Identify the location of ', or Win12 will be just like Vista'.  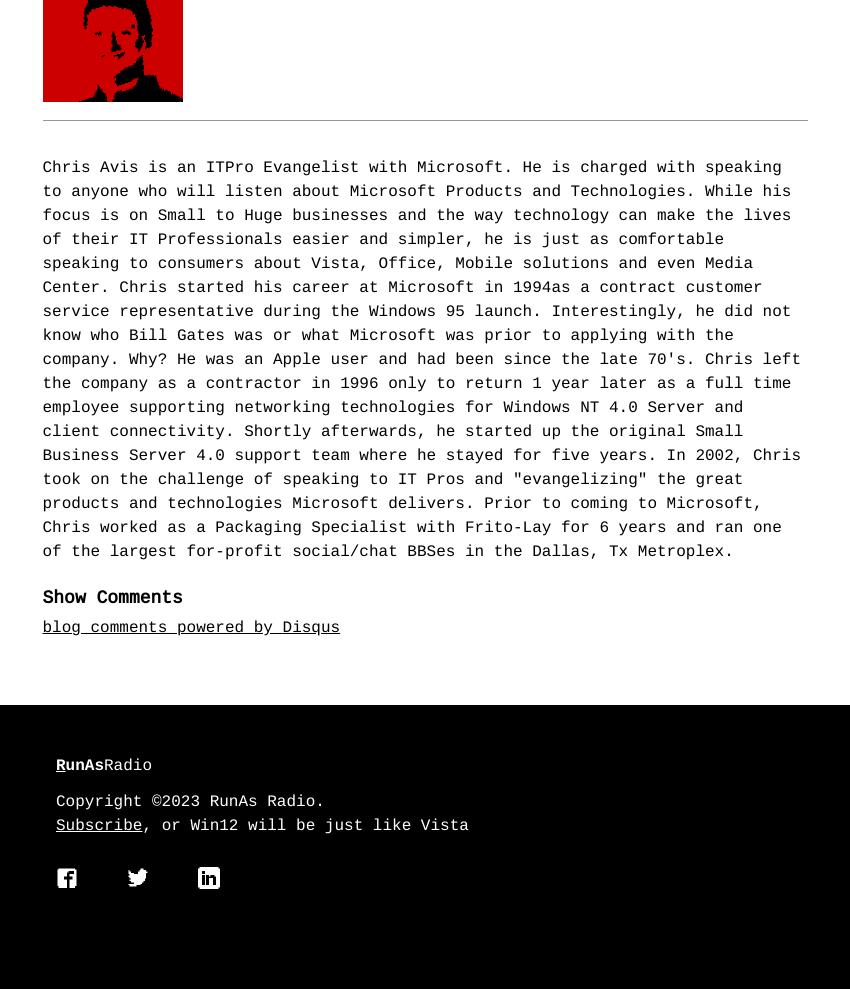
(304, 827).